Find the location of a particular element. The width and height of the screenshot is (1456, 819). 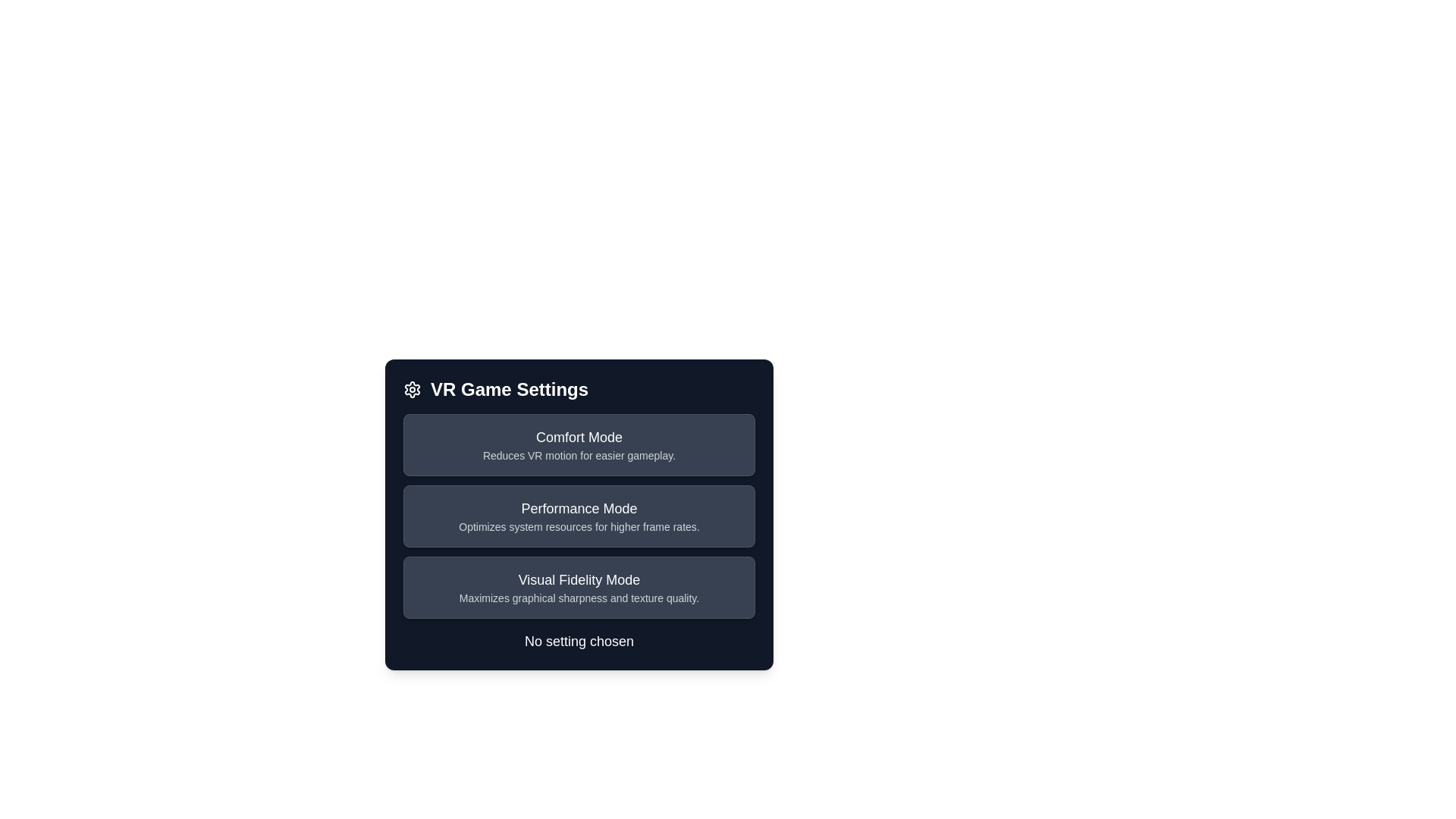

the clickable list item titled 'Performance Mode' which is the second option in the 'VR Game Settings' section is located at coordinates (578, 516).